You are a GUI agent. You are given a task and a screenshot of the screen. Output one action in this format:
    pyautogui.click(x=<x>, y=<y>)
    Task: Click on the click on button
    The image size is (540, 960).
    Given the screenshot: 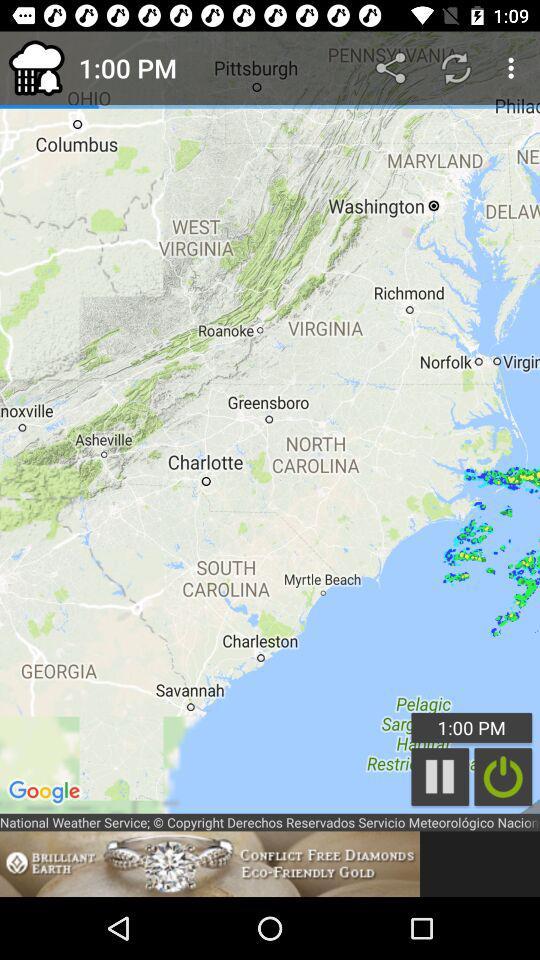 What is the action you would take?
    pyautogui.click(x=502, y=776)
    